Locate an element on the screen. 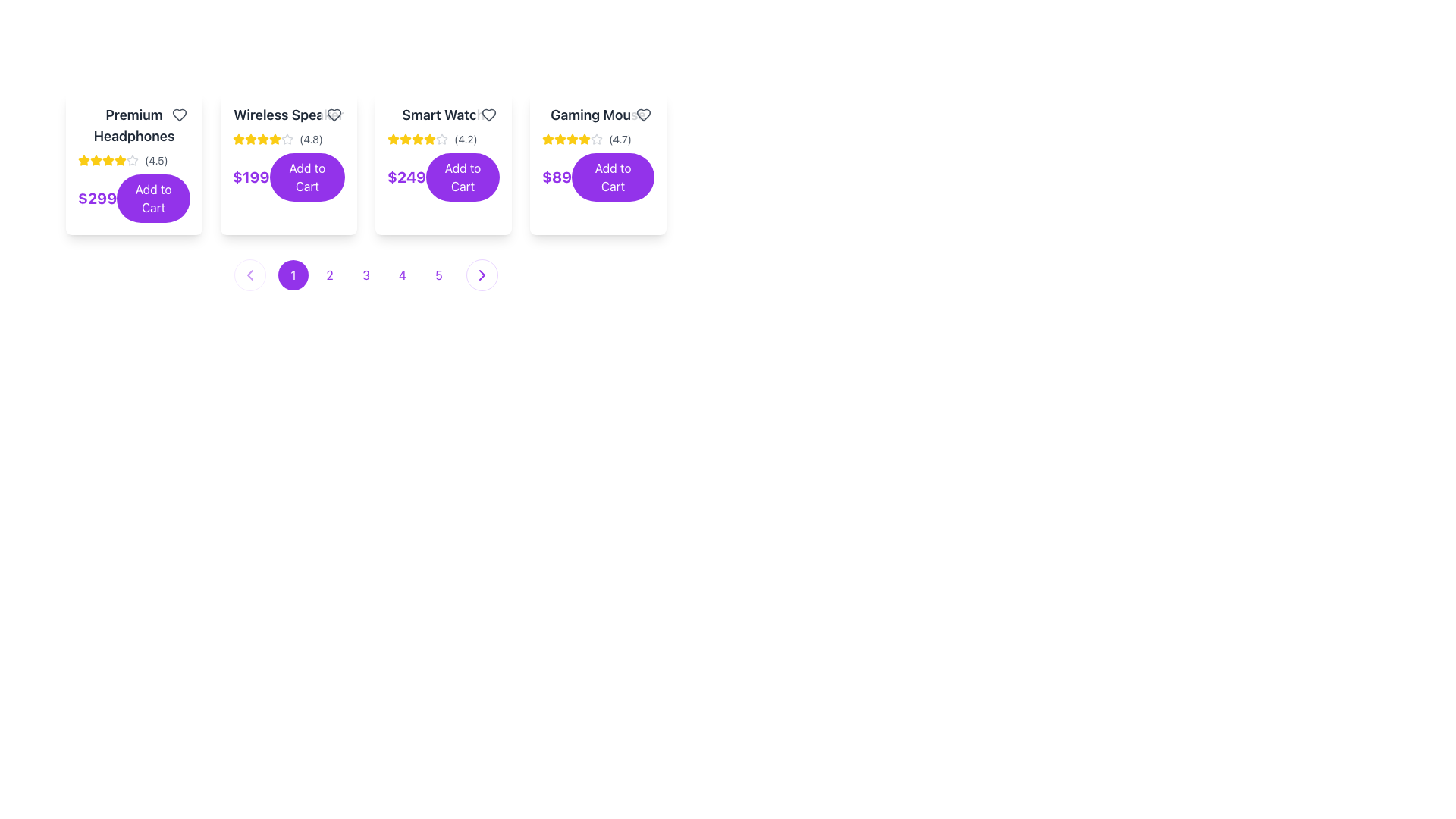 The width and height of the screenshot is (1456, 819). the heart icon in the top-right corner of the fourth product card labeled 'Gaming Mouse' is located at coordinates (644, 114).